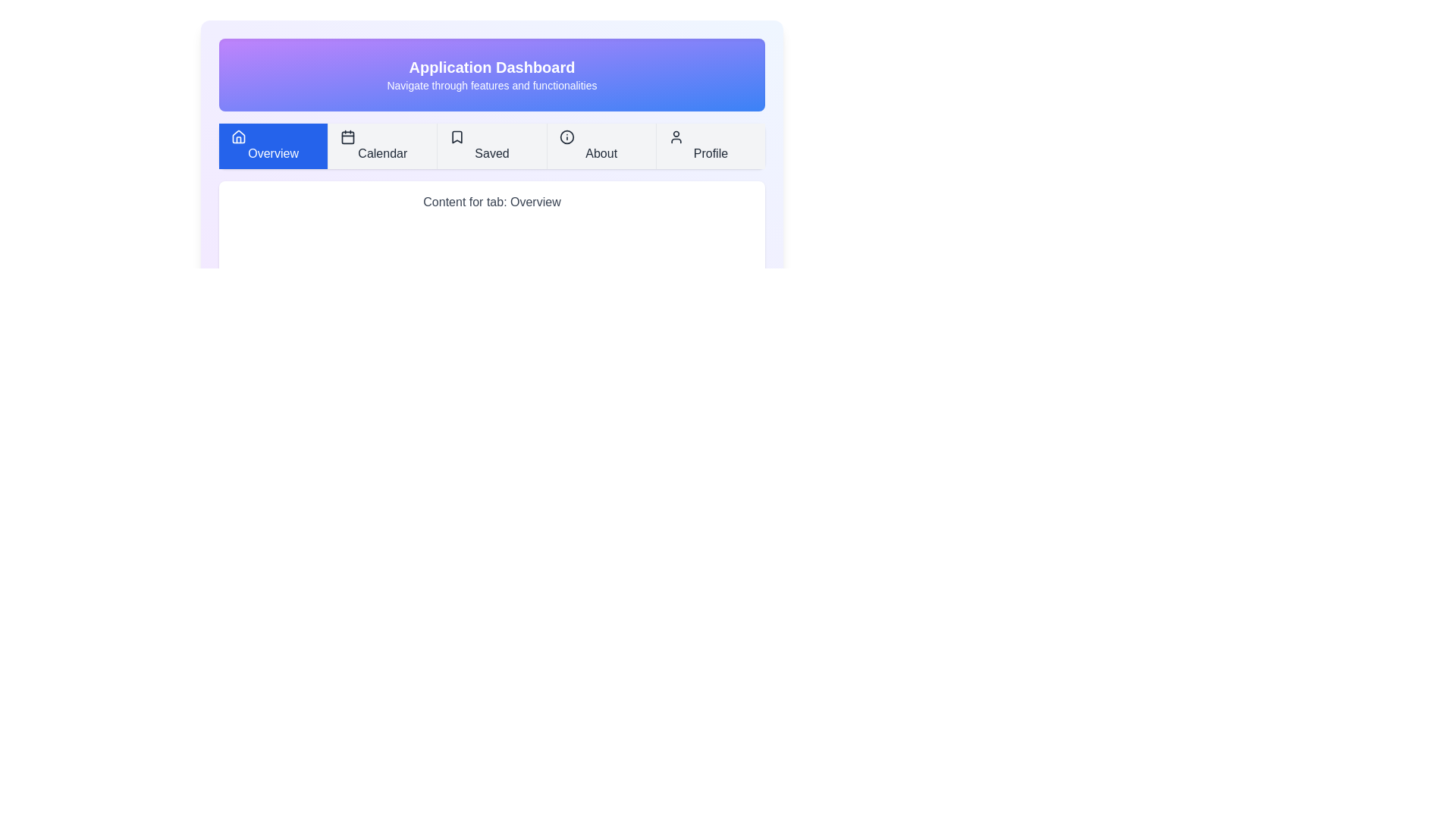 The width and height of the screenshot is (1456, 819). Describe the element at coordinates (382, 146) in the screenshot. I see `the 'Calendar' button in the horizontal navigation menu` at that location.